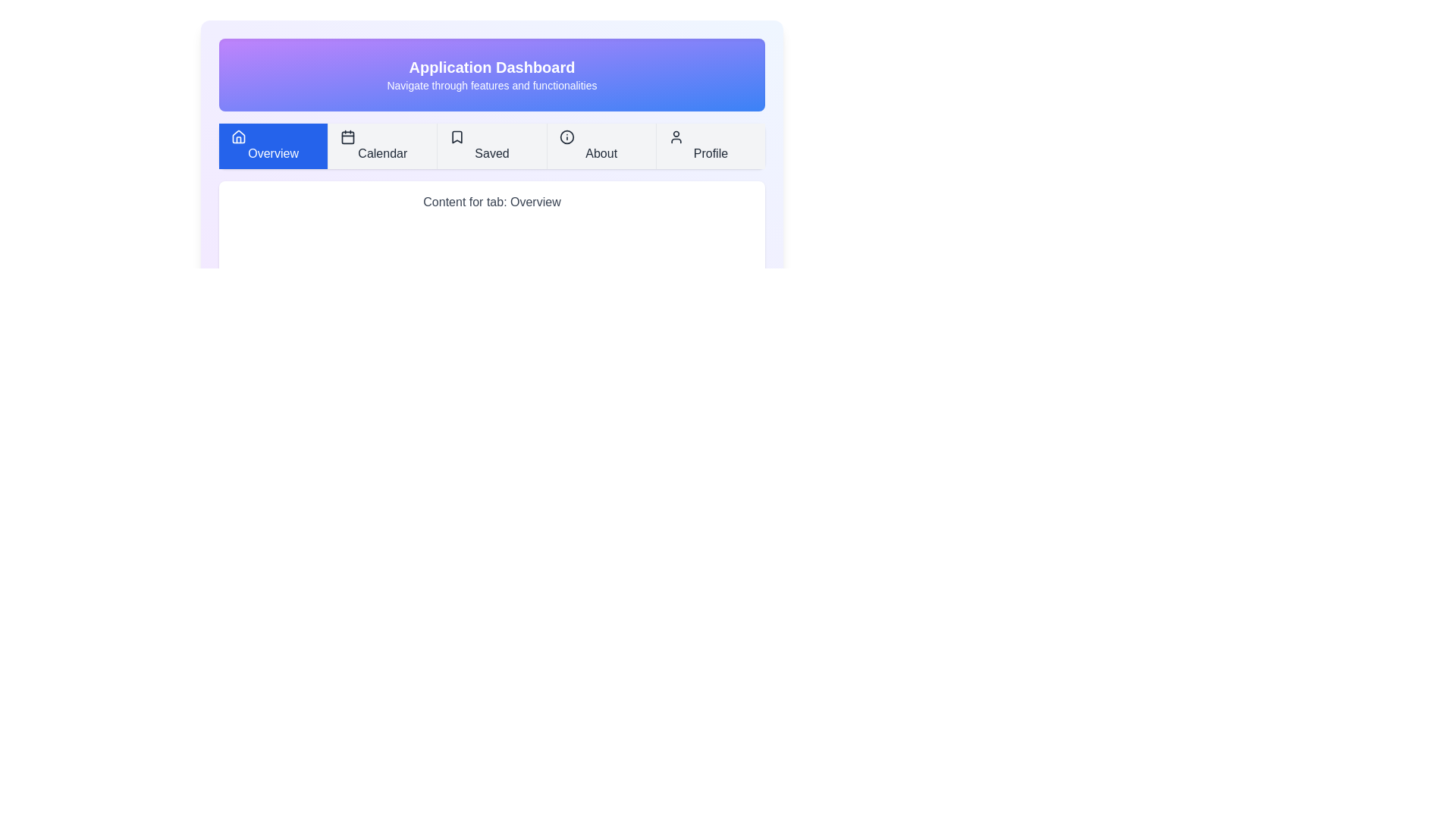 The width and height of the screenshot is (1456, 819). Describe the element at coordinates (382, 146) in the screenshot. I see `the 'Calendar' button in the horizontal navigation menu` at that location.